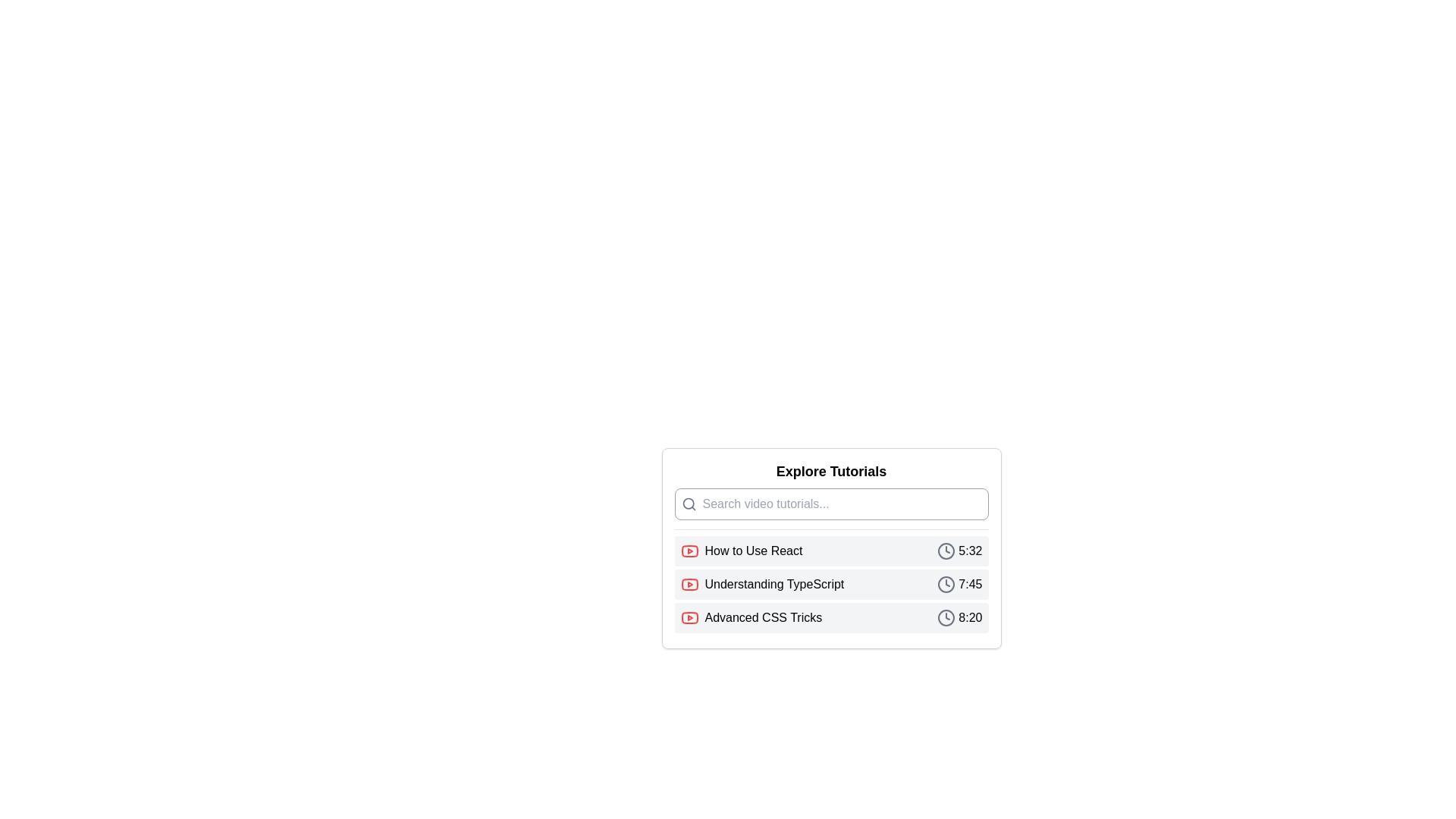  What do you see at coordinates (689, 551) in the screenshot?
I see `the red play button icon resembling a YouTube logo located before the 'How to Use React' text in the tutorial table` at bounding box center [689, 551].